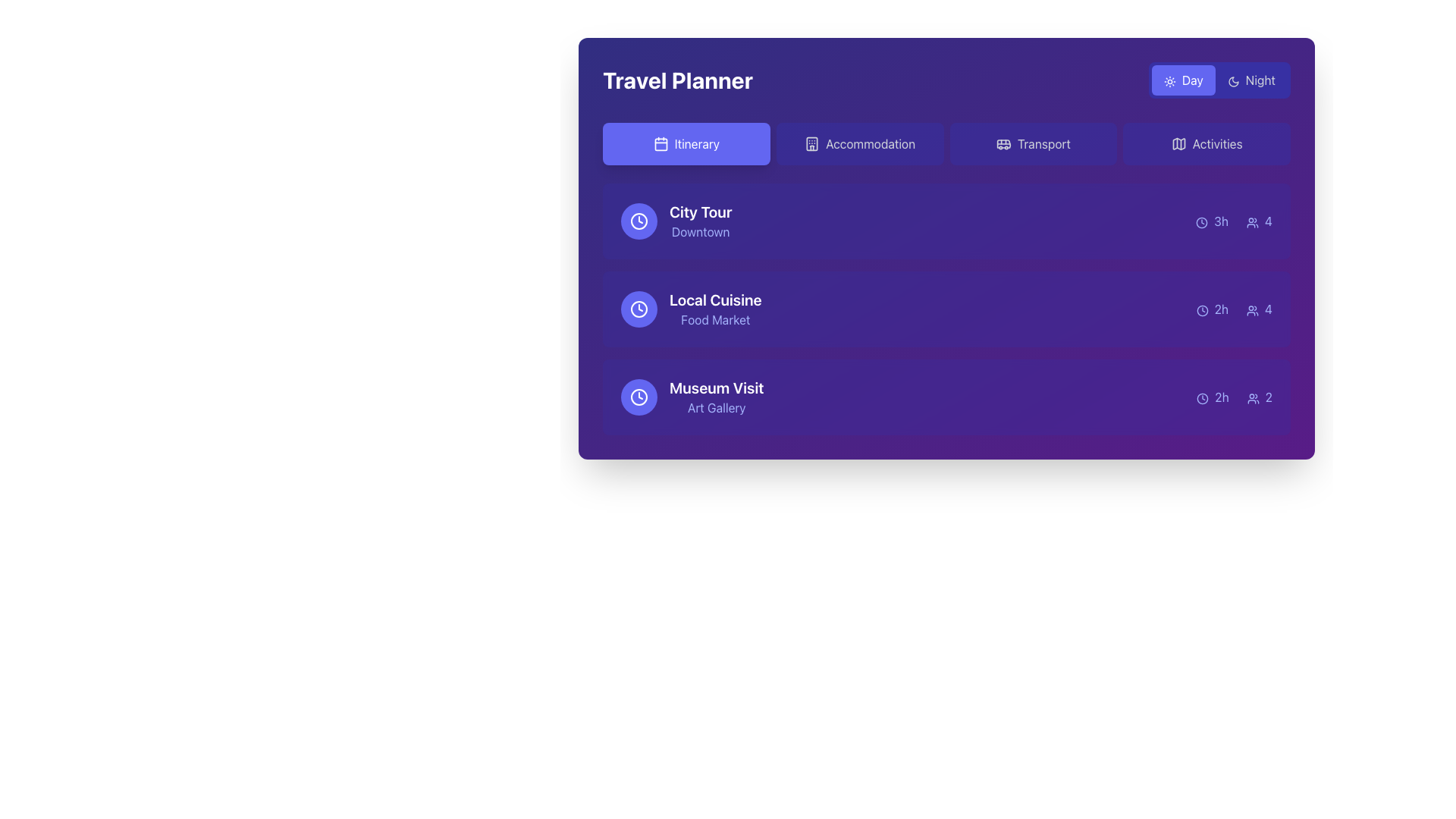 The height and width of the screenshot is (819, 1456). What do you see at coordinates (1212, 397) in the screenshot?
I see `the text and clock icon label displaying '2h' with a light indigo color, located at the bottom-right corner of the 'Museum Visit' section` at bounding box center [1212, 397].